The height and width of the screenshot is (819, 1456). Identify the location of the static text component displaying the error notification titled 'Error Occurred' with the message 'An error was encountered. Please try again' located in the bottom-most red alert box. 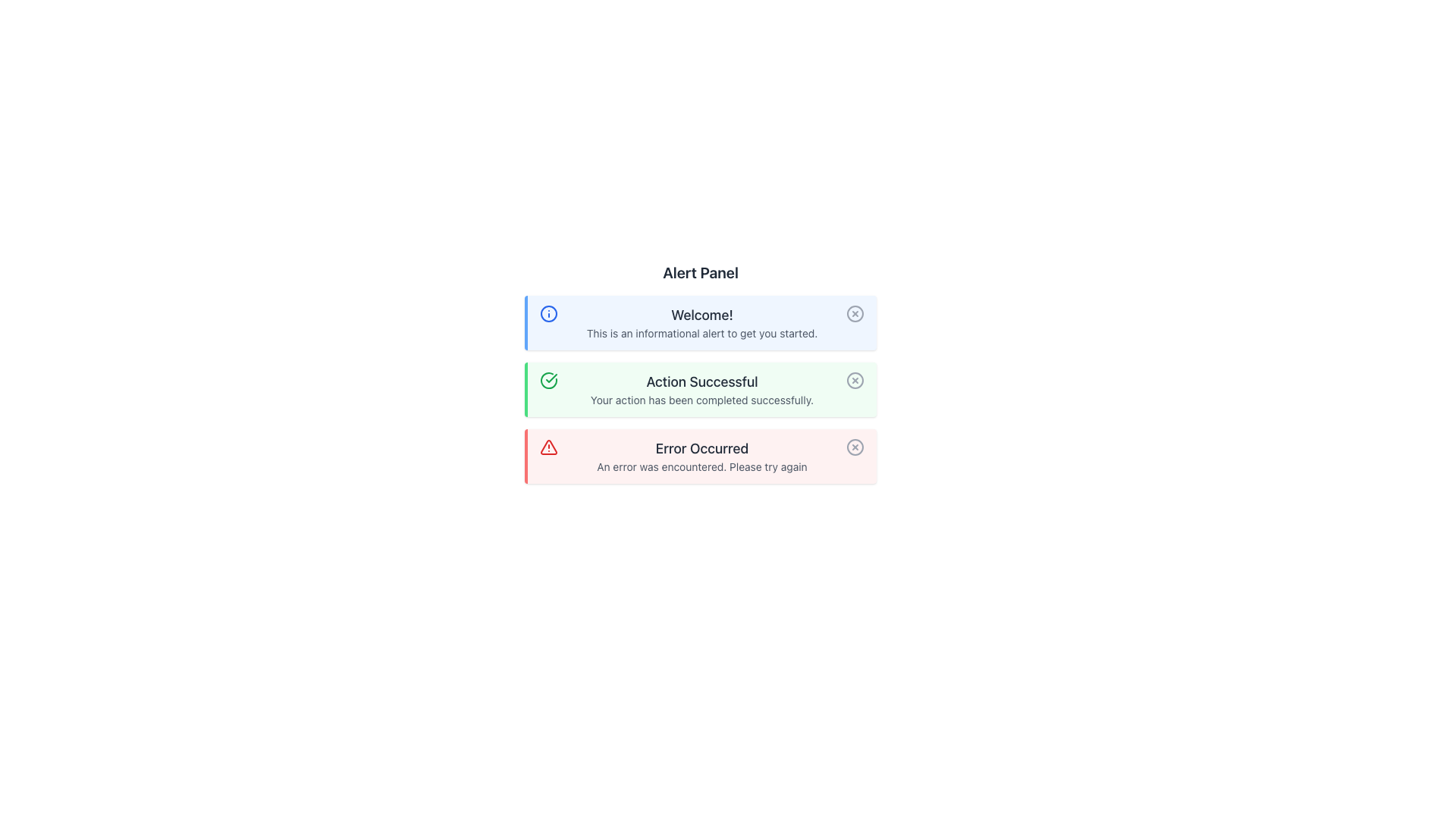
(701, 455).